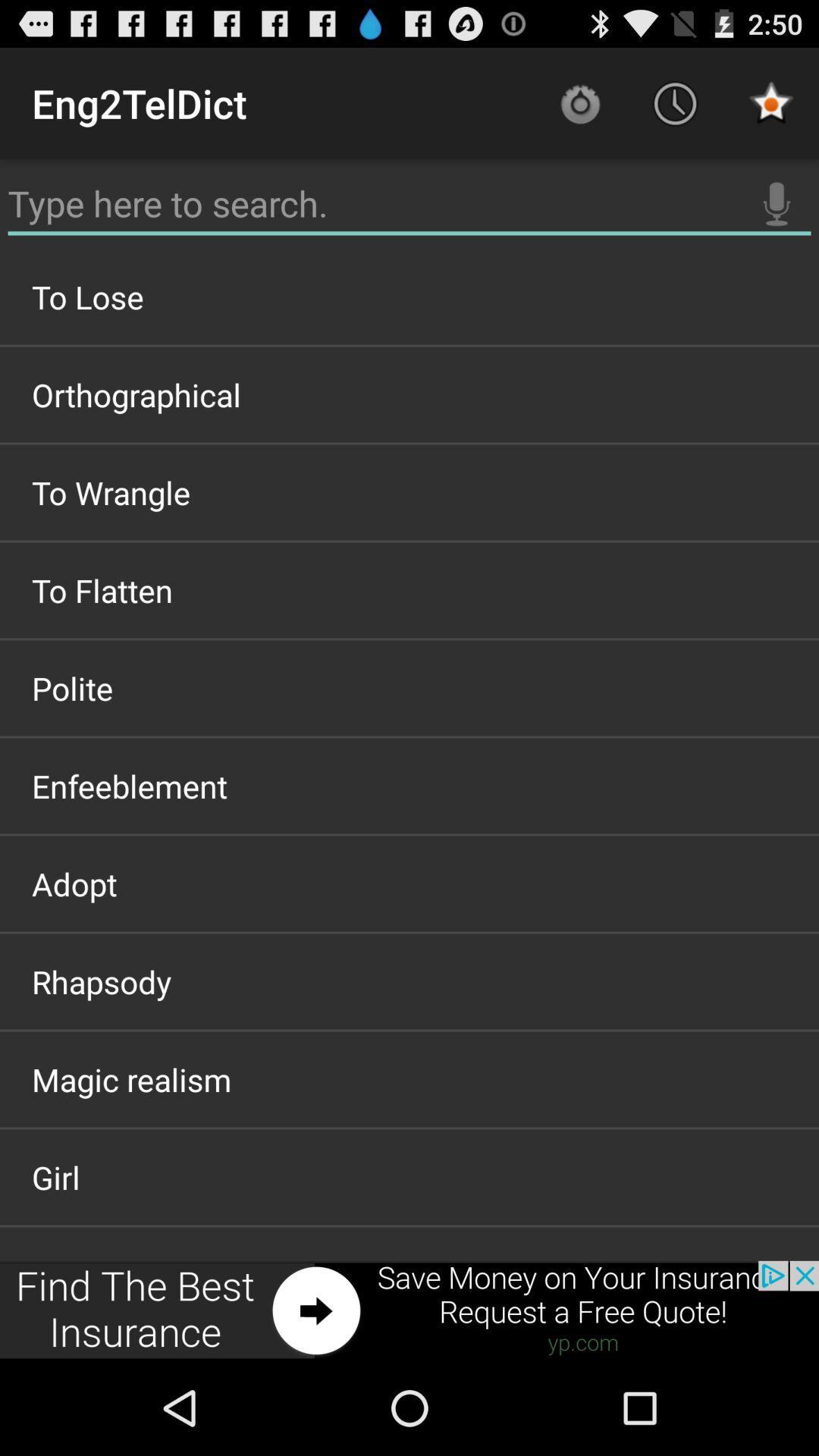  I want to click on the to lose, so click(409, 297).